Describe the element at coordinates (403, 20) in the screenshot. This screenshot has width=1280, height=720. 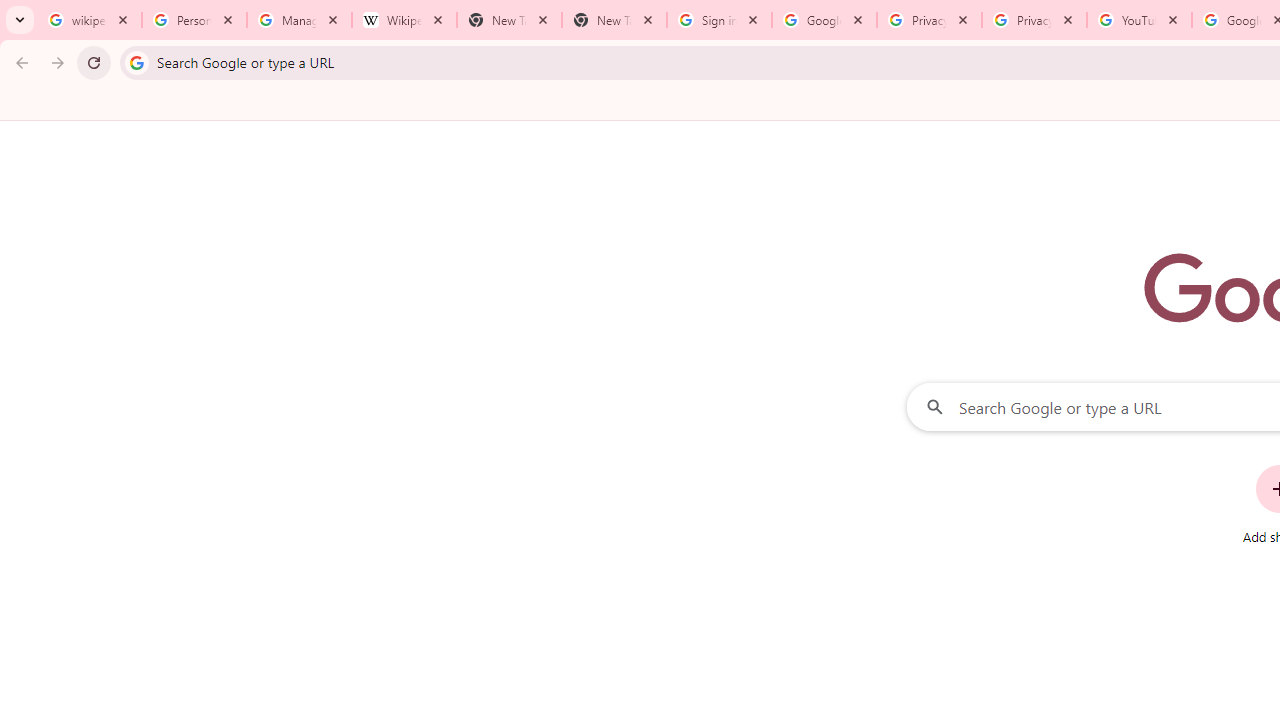
I see `'Wikipedia:Edit requests - Wikipedia'` at that location.